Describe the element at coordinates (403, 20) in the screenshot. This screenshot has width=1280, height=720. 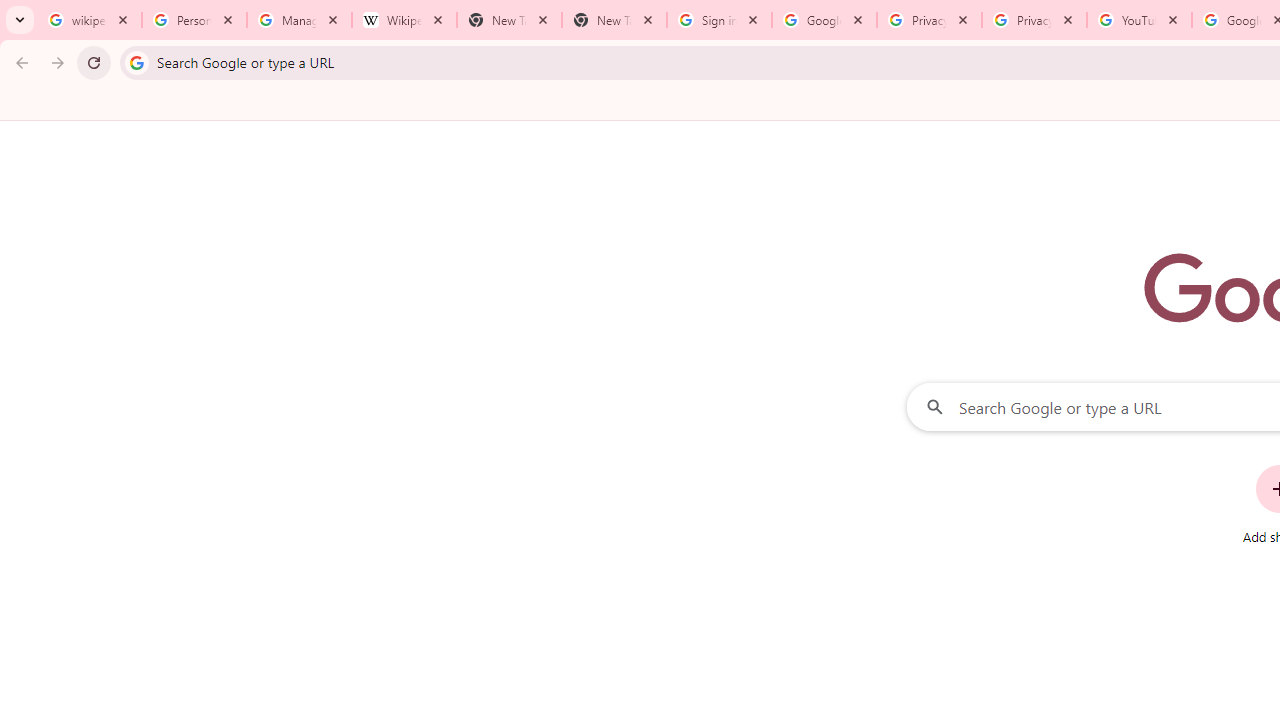
I see `'Wikipedia:Edit requests - Wikipedia'` at that location.